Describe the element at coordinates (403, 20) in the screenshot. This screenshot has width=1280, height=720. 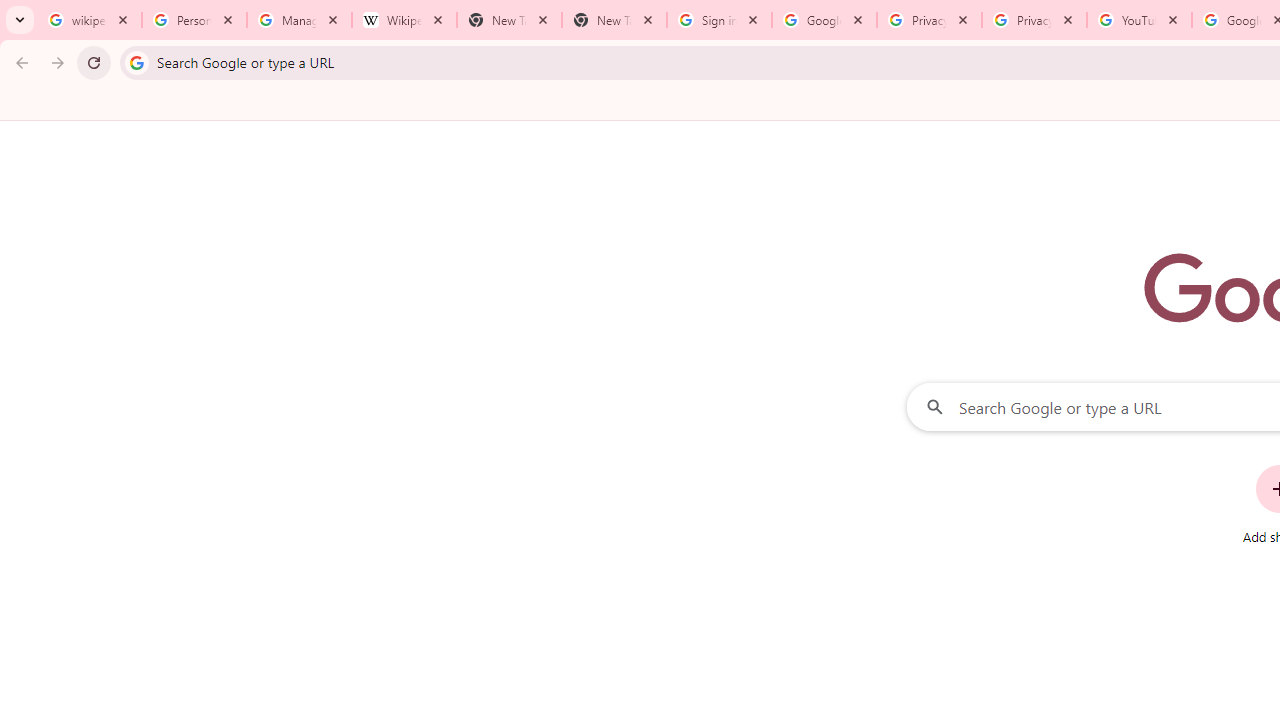
I see `'Wikipedia:Edit requests - Wikipedia'` at that location.